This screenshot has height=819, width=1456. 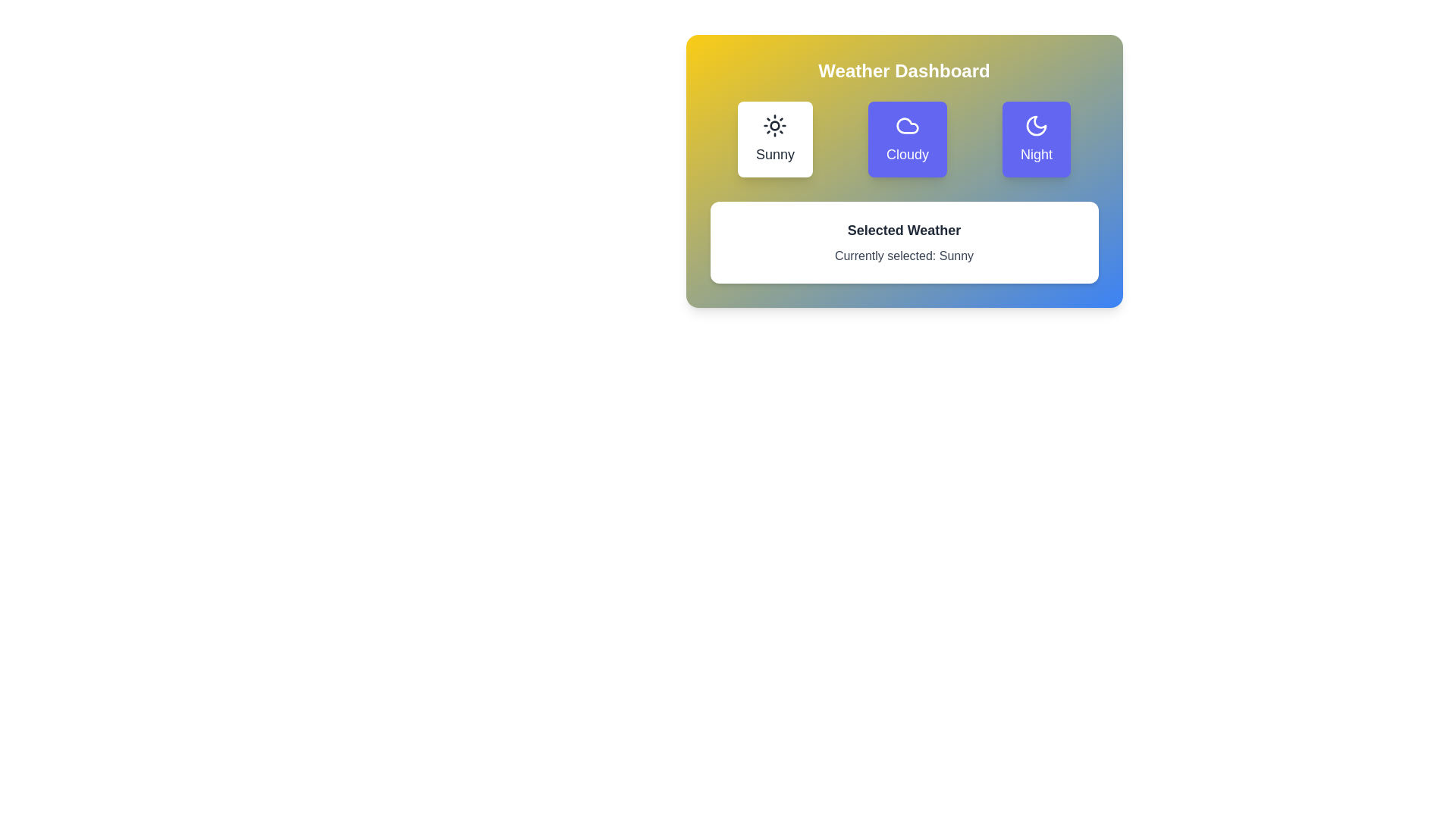 What do you see at coordinates (907, 124) in the screenshot?
I see `the 'Cloudy' weather icon located in the middle of the weather options row on the dashboard` at bounding box center [907, 124].